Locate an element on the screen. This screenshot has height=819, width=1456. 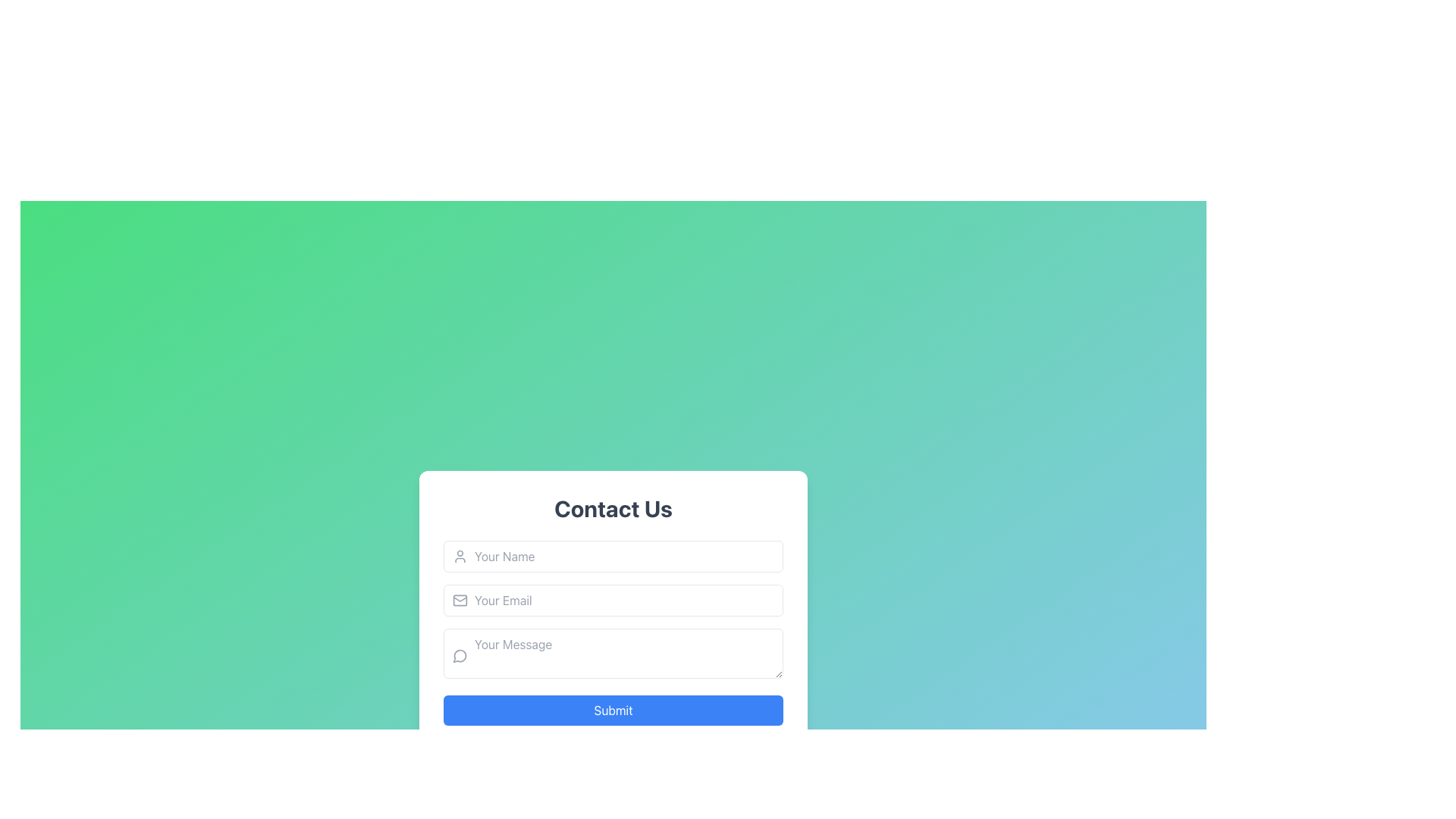
the mail icon resembling a classic envelope located inside the 'Your Email' input field, positioned near the left edge and slightly above the vertical centerline is located at coordinates (459, 599).